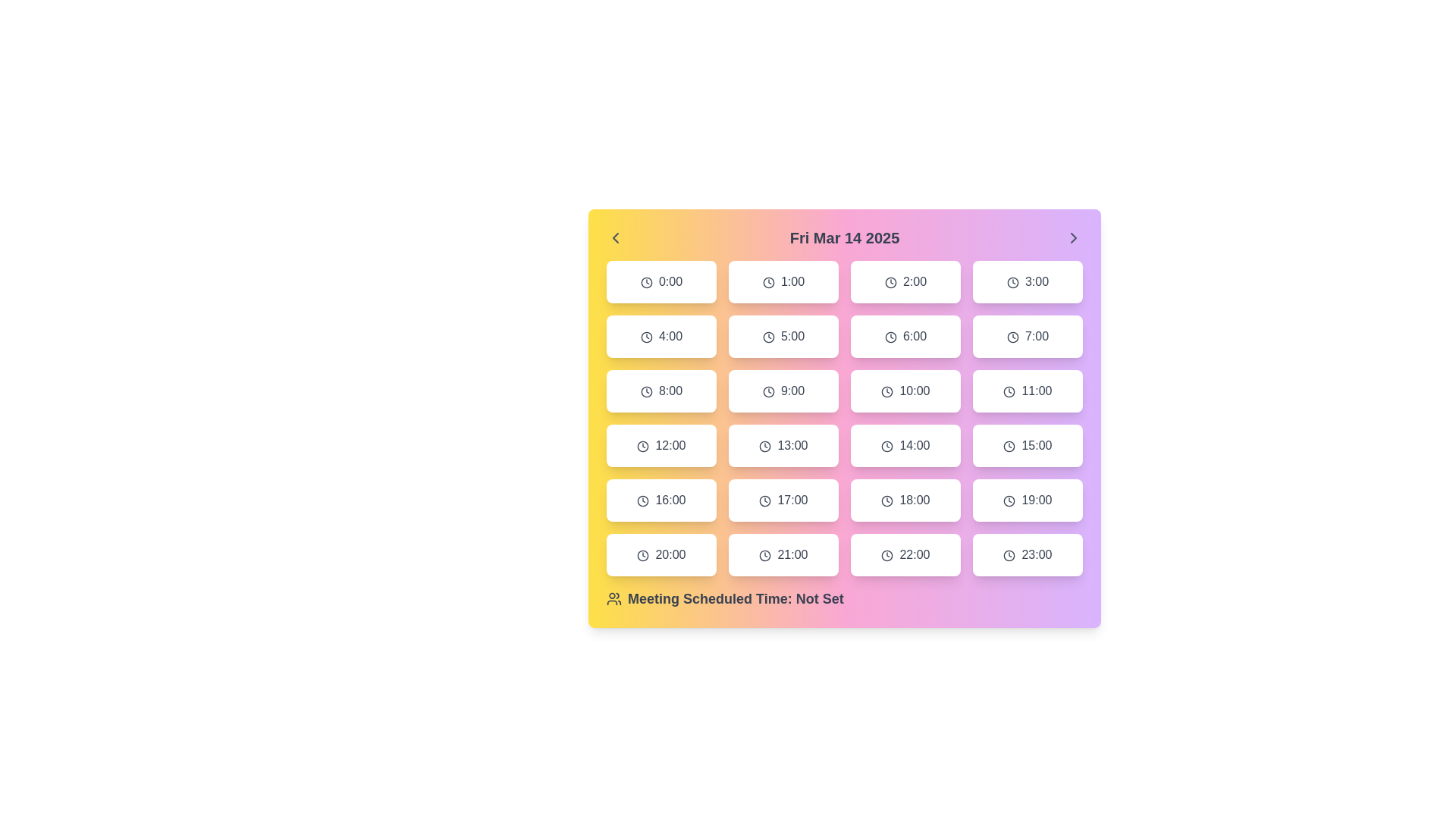 The height and width of the screenshot is (819, 1456). Describe the element at coordinates (661, 391) in the screenshot. I see `the interactive button for selecting the time '8:00' in the scheduling interface for potential rearrangement` at that location.